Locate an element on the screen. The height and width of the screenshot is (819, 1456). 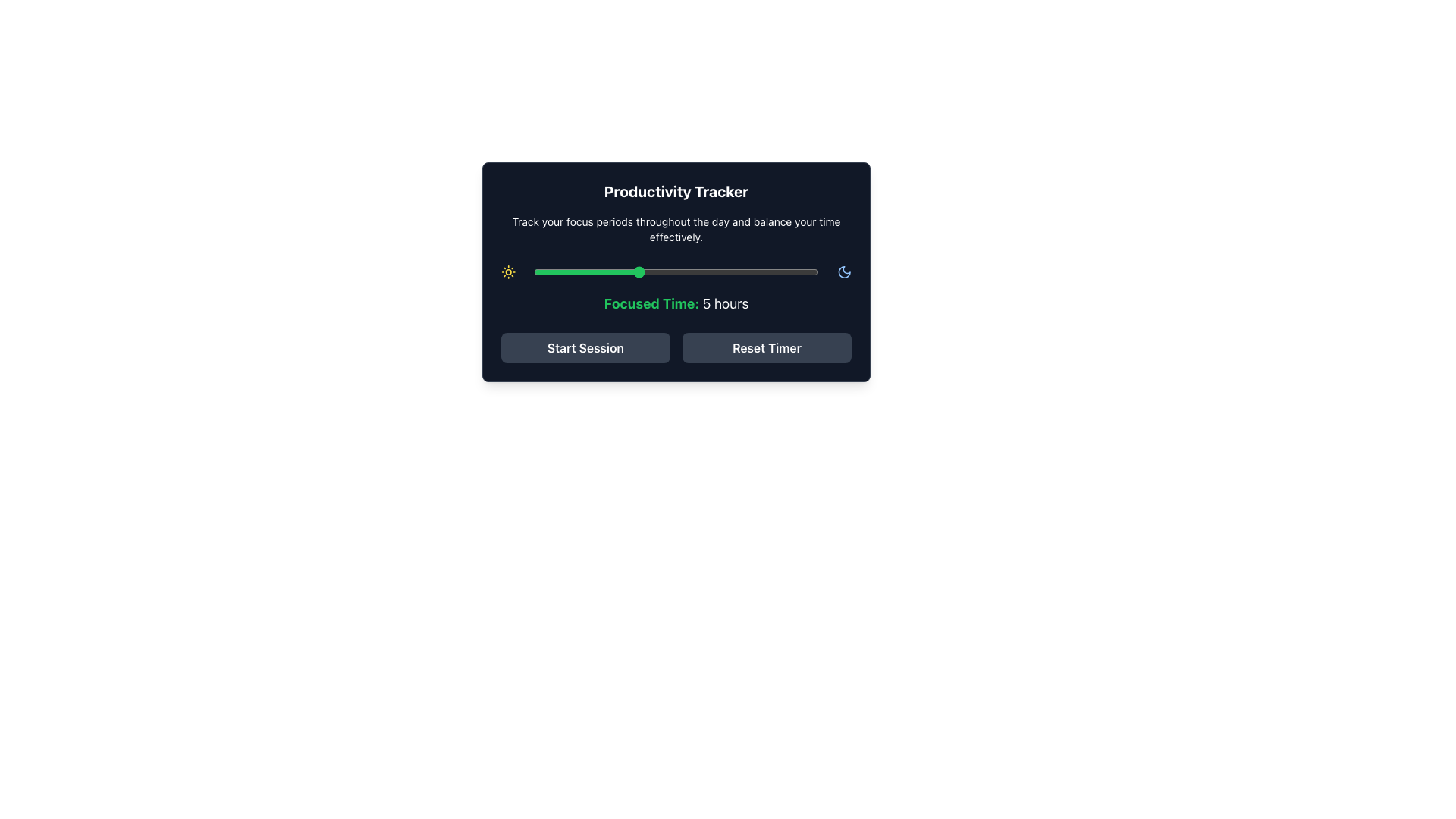
the 'Productivity Tracker' widget component, which has a dark gray background, white text, and includes buttons for 'Start Session' and 'Reset Timer' is located at coordinates (676, 271).